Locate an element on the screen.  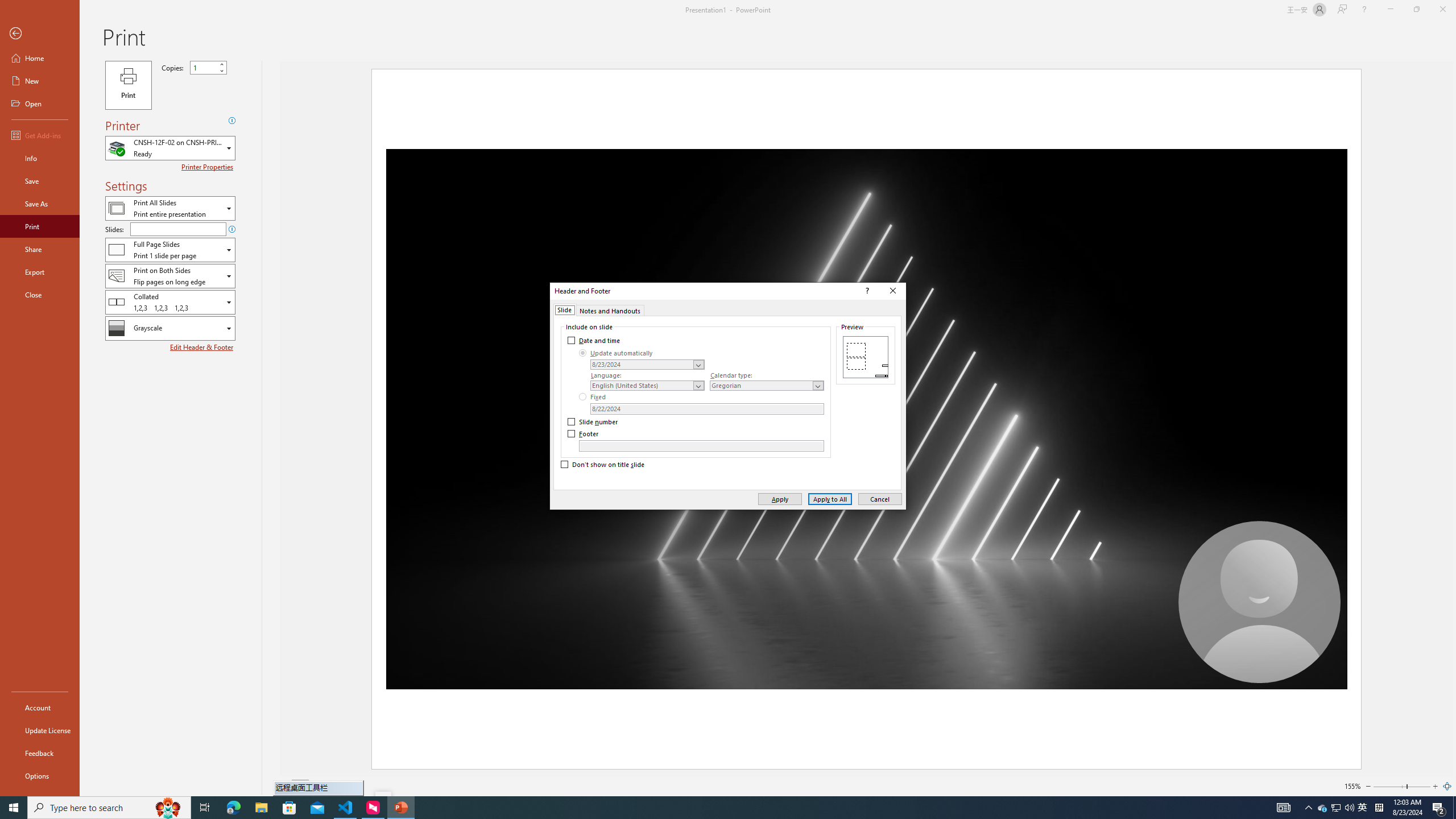
'Export' is located at coordinates (39, 272).